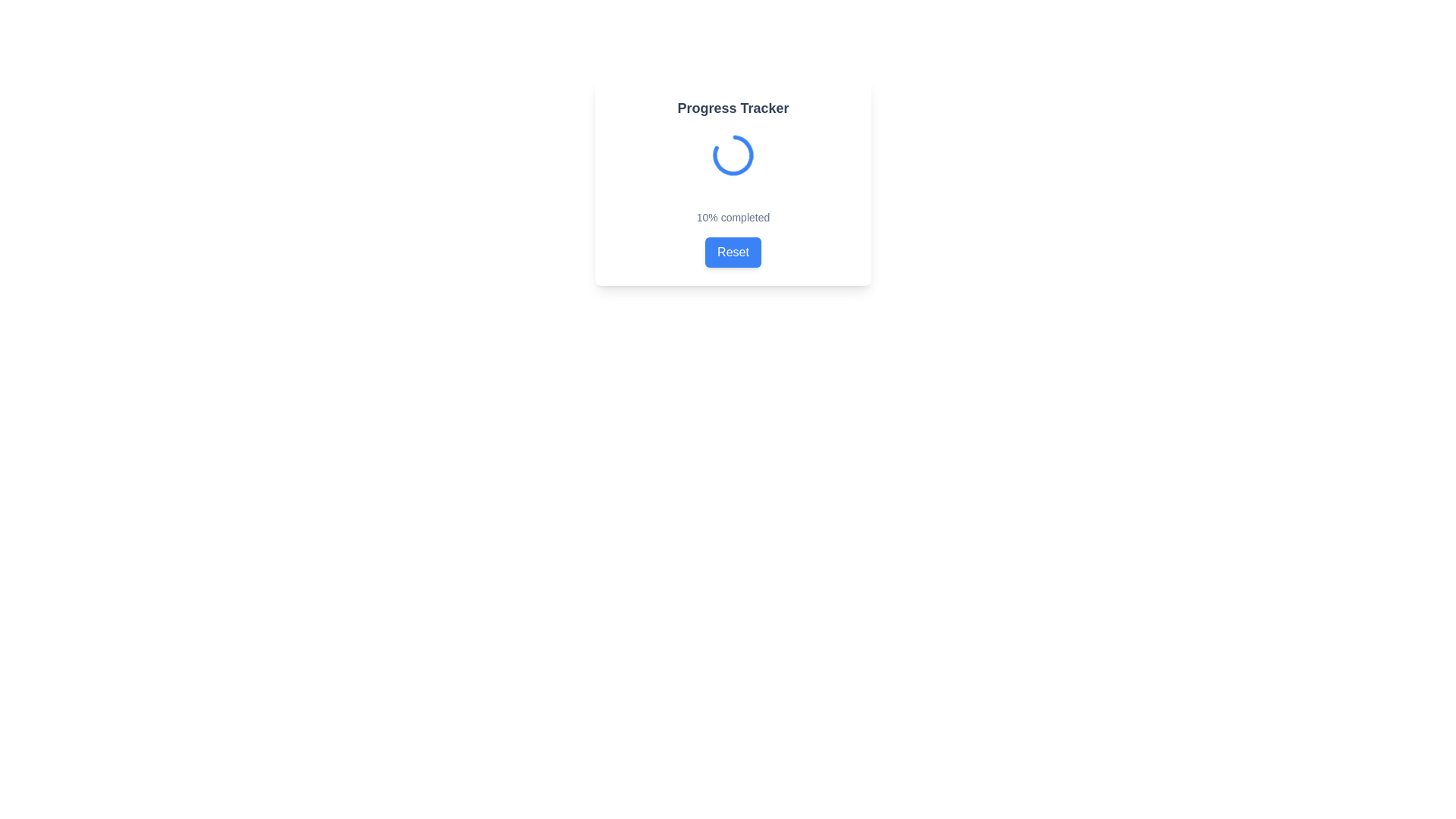 This screenshot has width=1456, height=819. What do you see at coordinates (733, 155) in the screenshot?
I see `the spinning progress animation of the blue loading indicator (spinner) located at the center of the card labeled 'Progress Tracker'` at bounding box center [733, 155].